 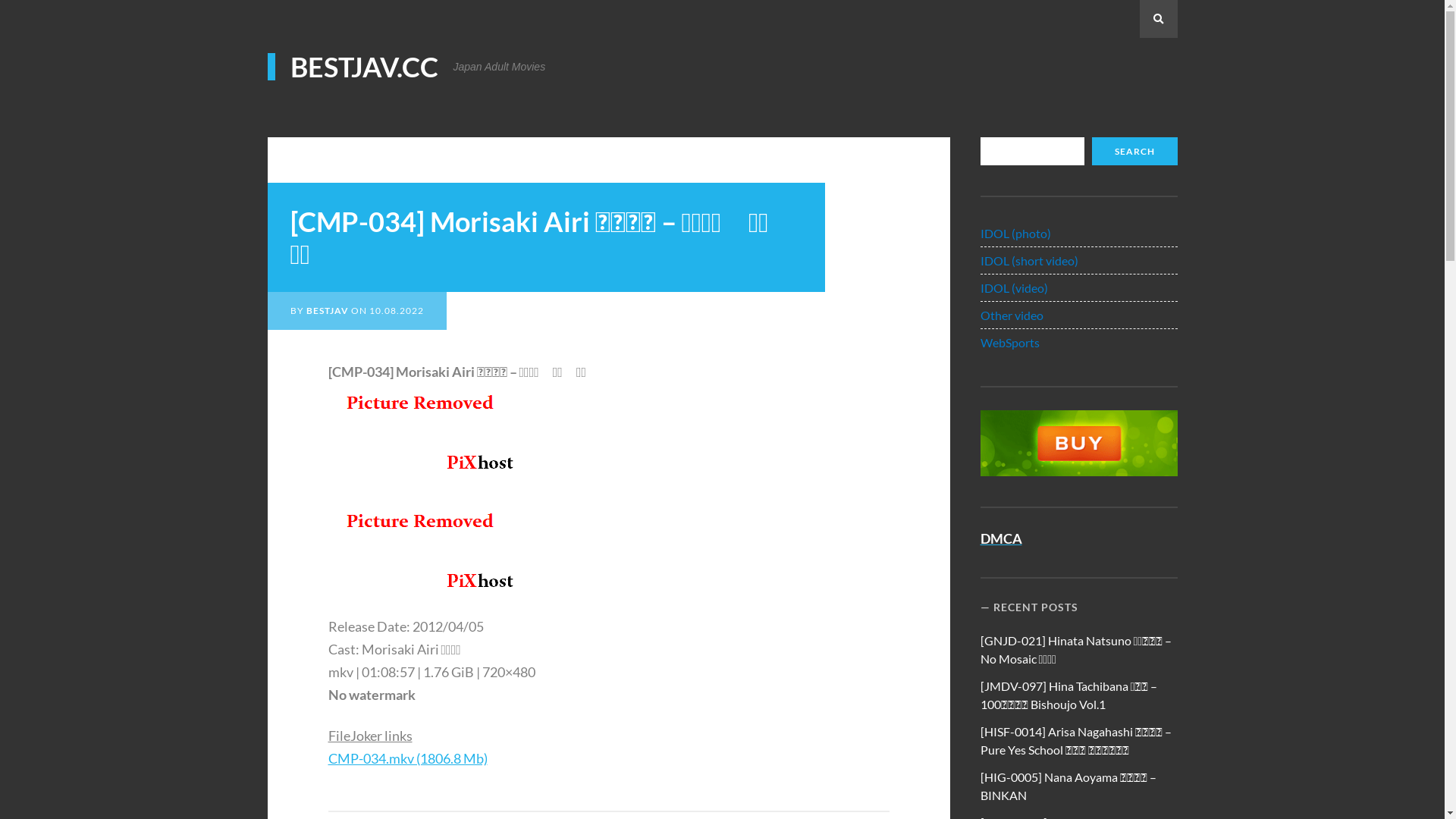 What do you see at coordinates (1029, 259) in the screenshot?
I see `'IDOL (short video)'` at bounding box center [1029, 259].